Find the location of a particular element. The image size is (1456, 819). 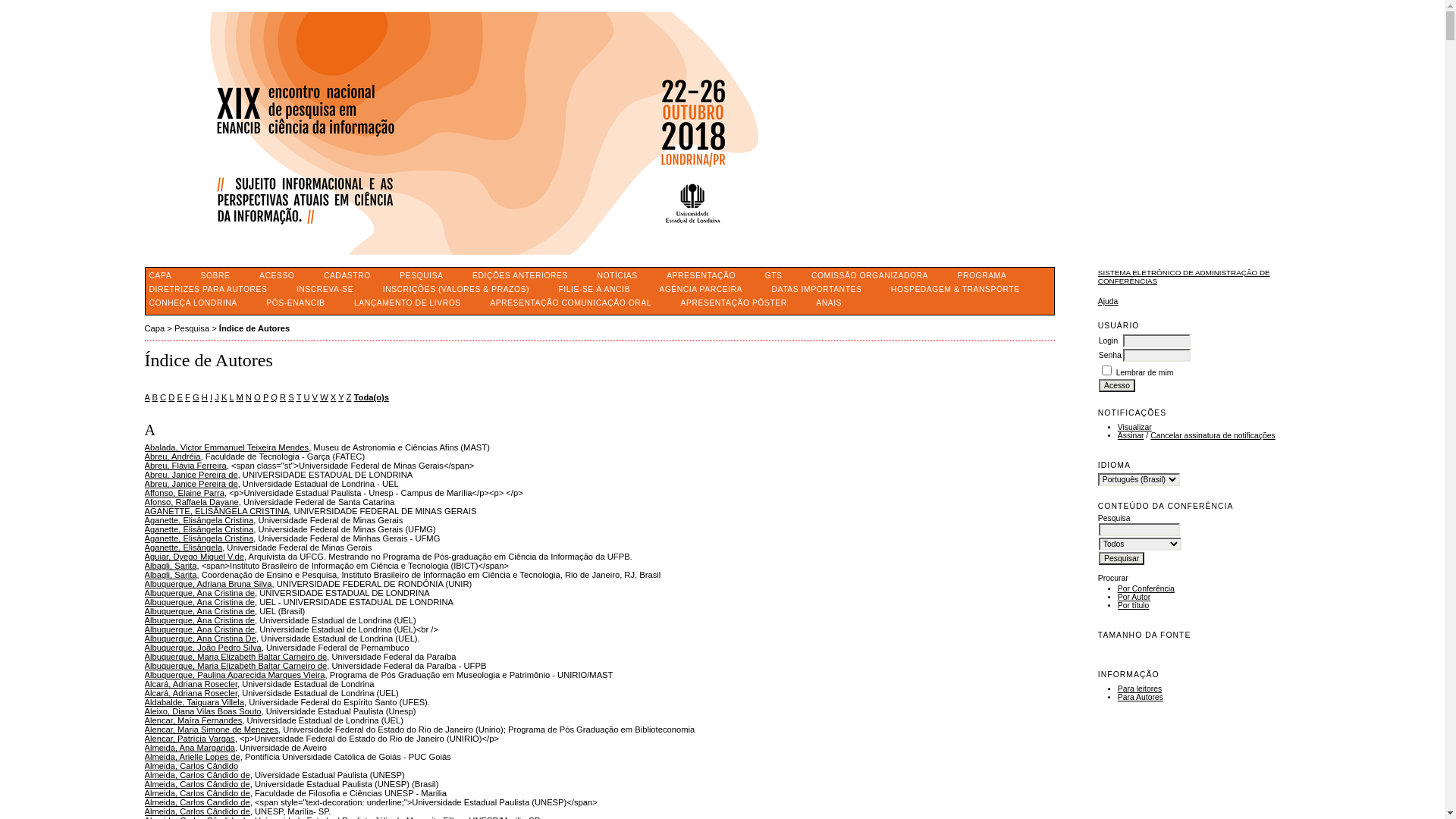

'Aleixo, Diana Vilas Boas Souto' is located at coordinates (202, 711).